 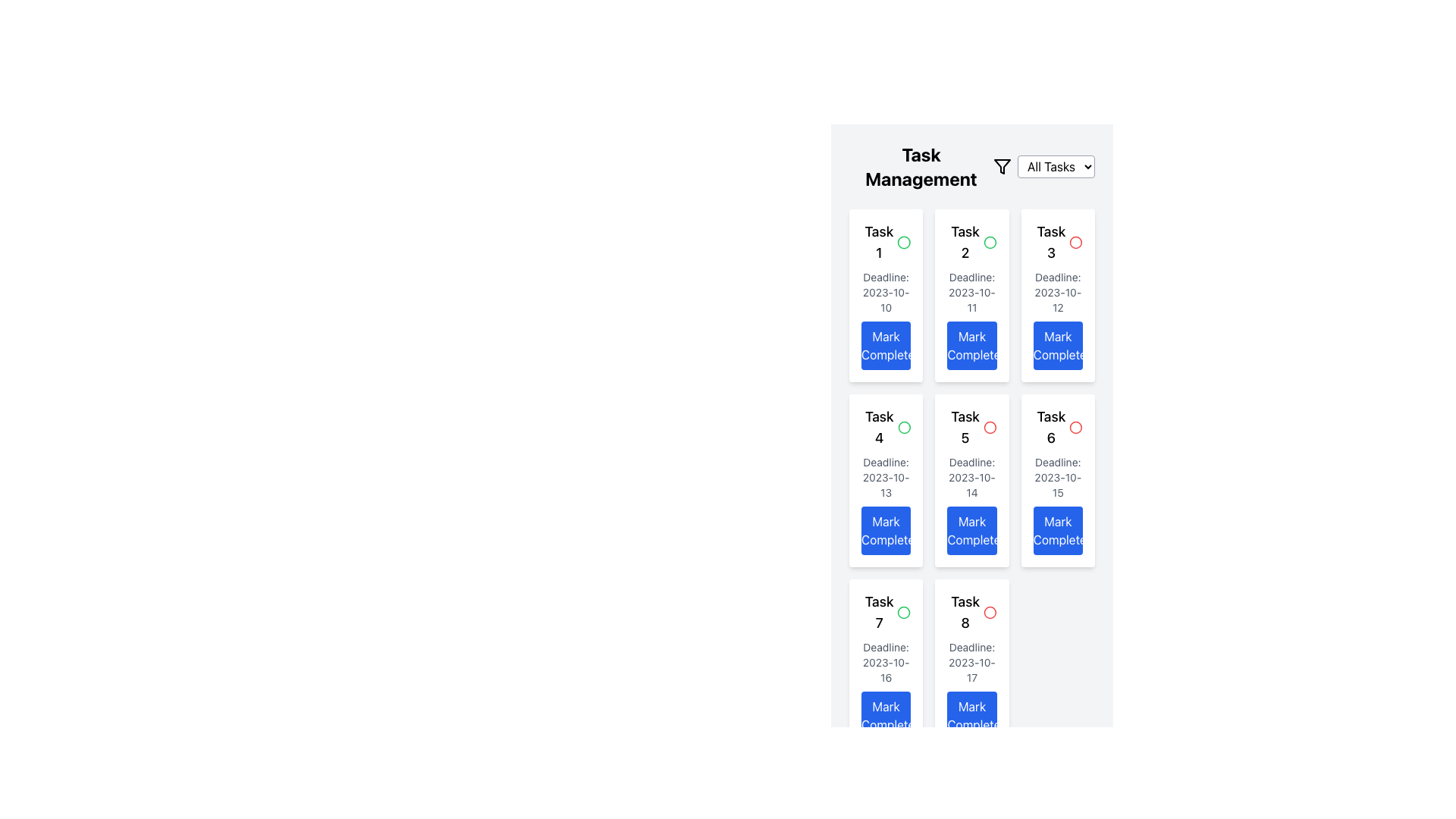 What do you see at coordinates (886, 665) in the screenshot?
I see `the Card component that displays task information including a 'Mark Completed' button, located in the bottom-left position of the grid layout` at bounding box center [886, 665].